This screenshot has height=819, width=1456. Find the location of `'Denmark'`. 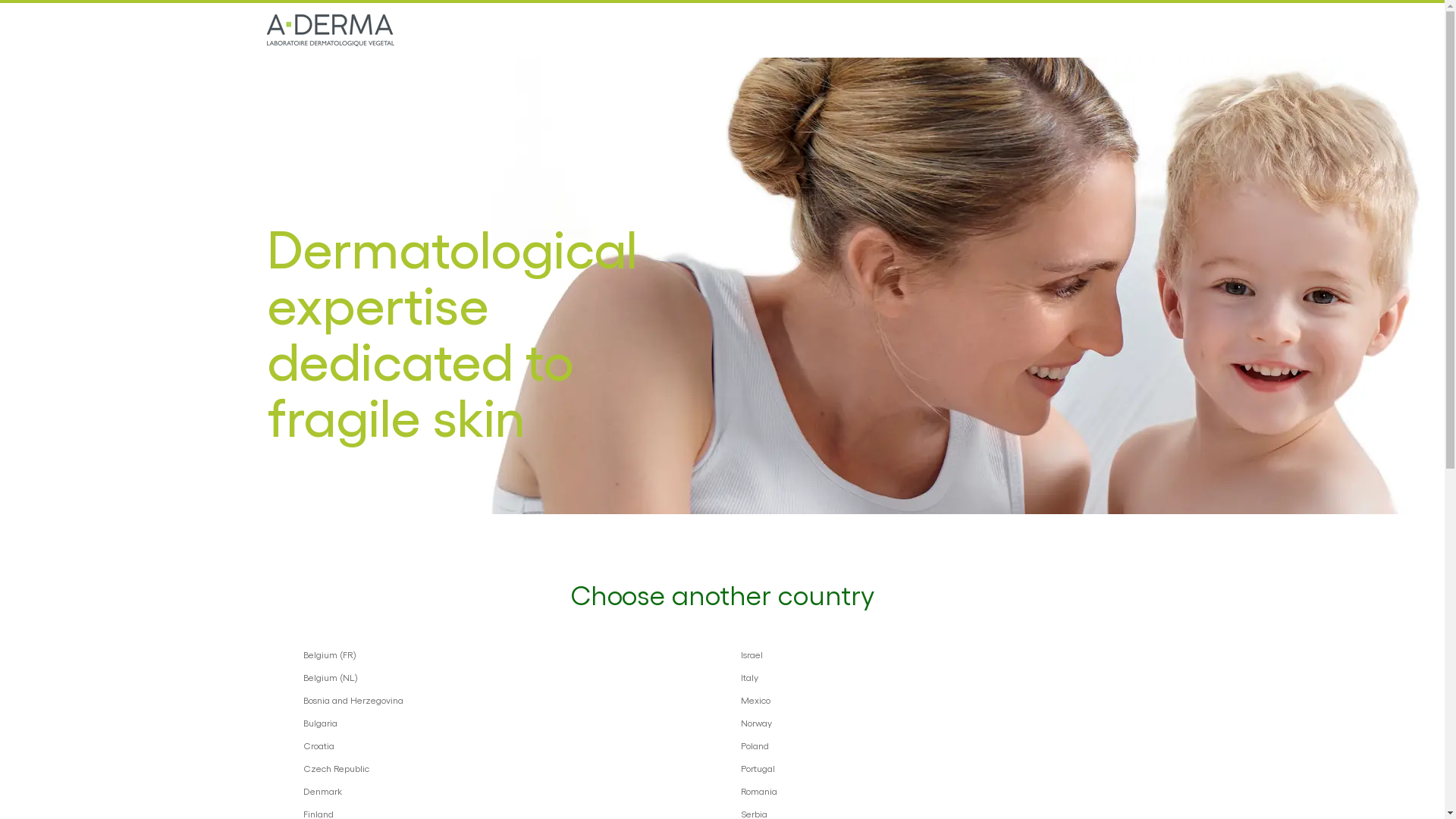

'Denmark' is located at coordinates (303, 789).